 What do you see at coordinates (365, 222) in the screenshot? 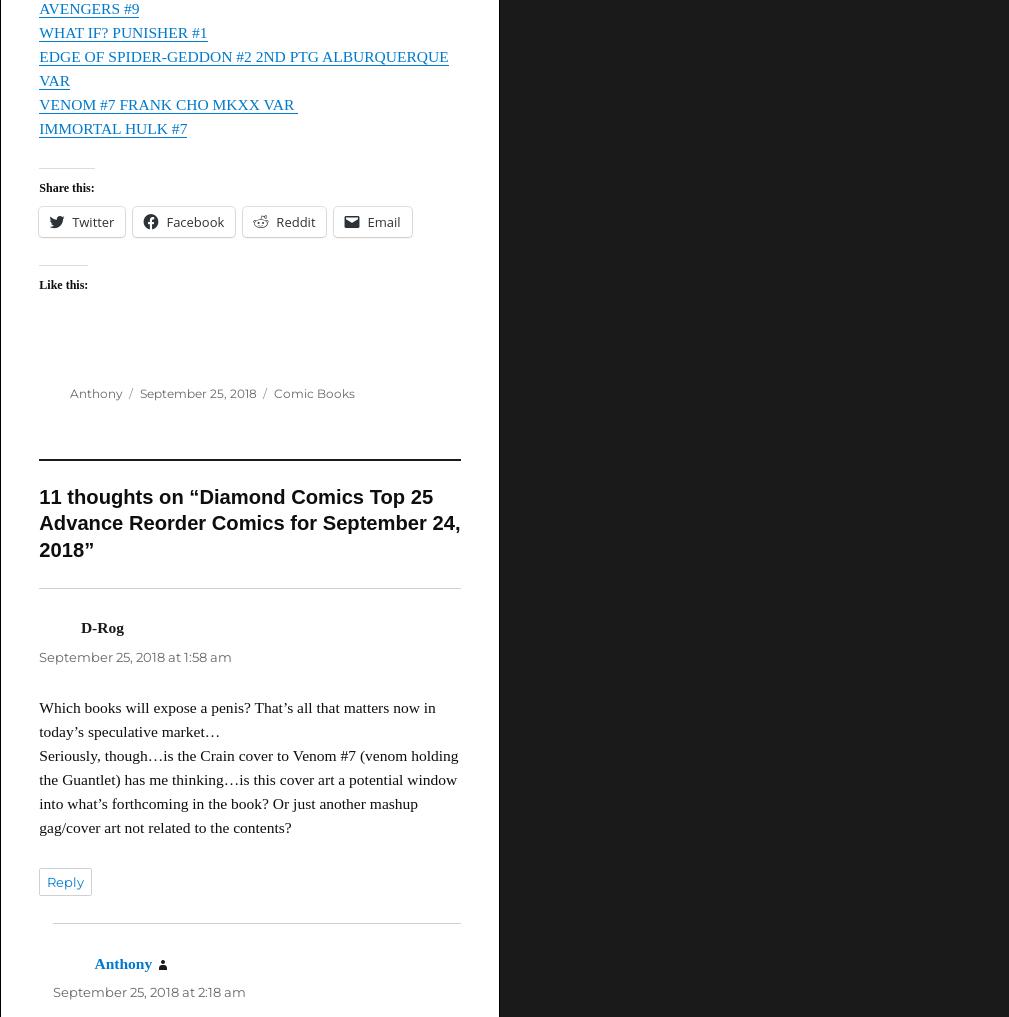
I see `'Email'` at bounding box center [365, 222].